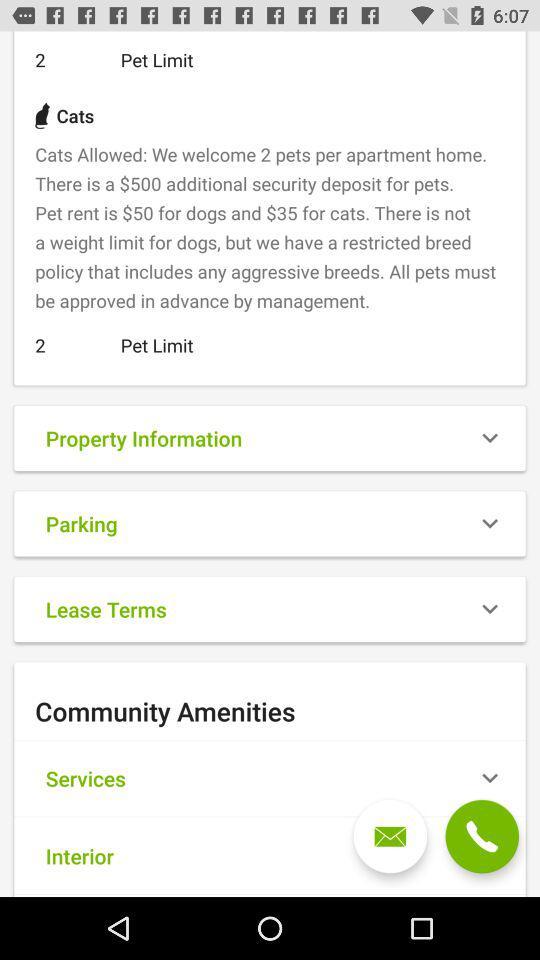 This screenshot has width=540, height=960. What do you see at coordinates (270, 608) in the screenshot?
I see `lease terms below parking` at bounding box center [270, 608].